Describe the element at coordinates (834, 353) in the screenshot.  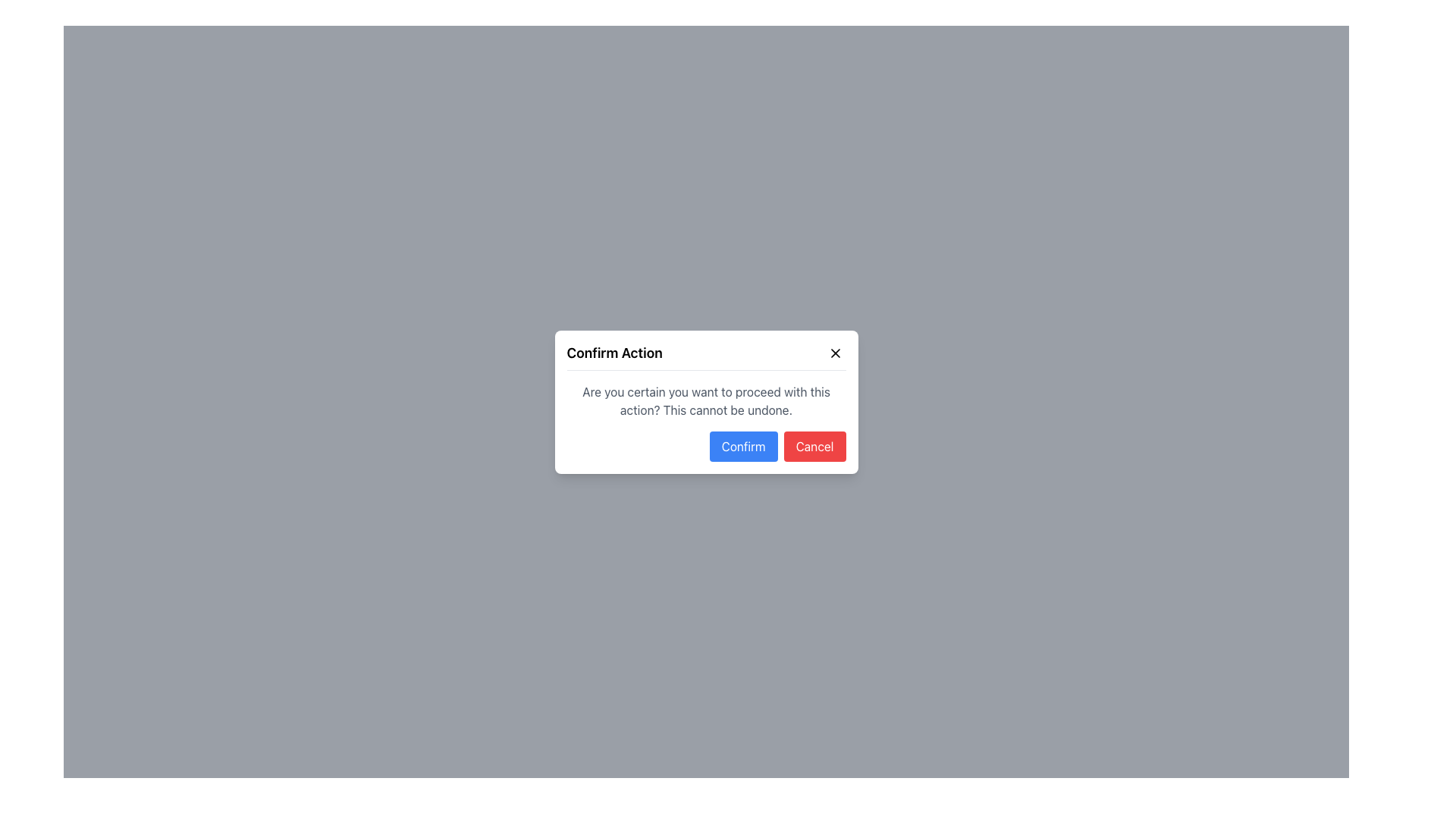
I see `the small circular close button with an 'X' icon located in the top-right corner of the 'Confirm Action' dialog` at that location.